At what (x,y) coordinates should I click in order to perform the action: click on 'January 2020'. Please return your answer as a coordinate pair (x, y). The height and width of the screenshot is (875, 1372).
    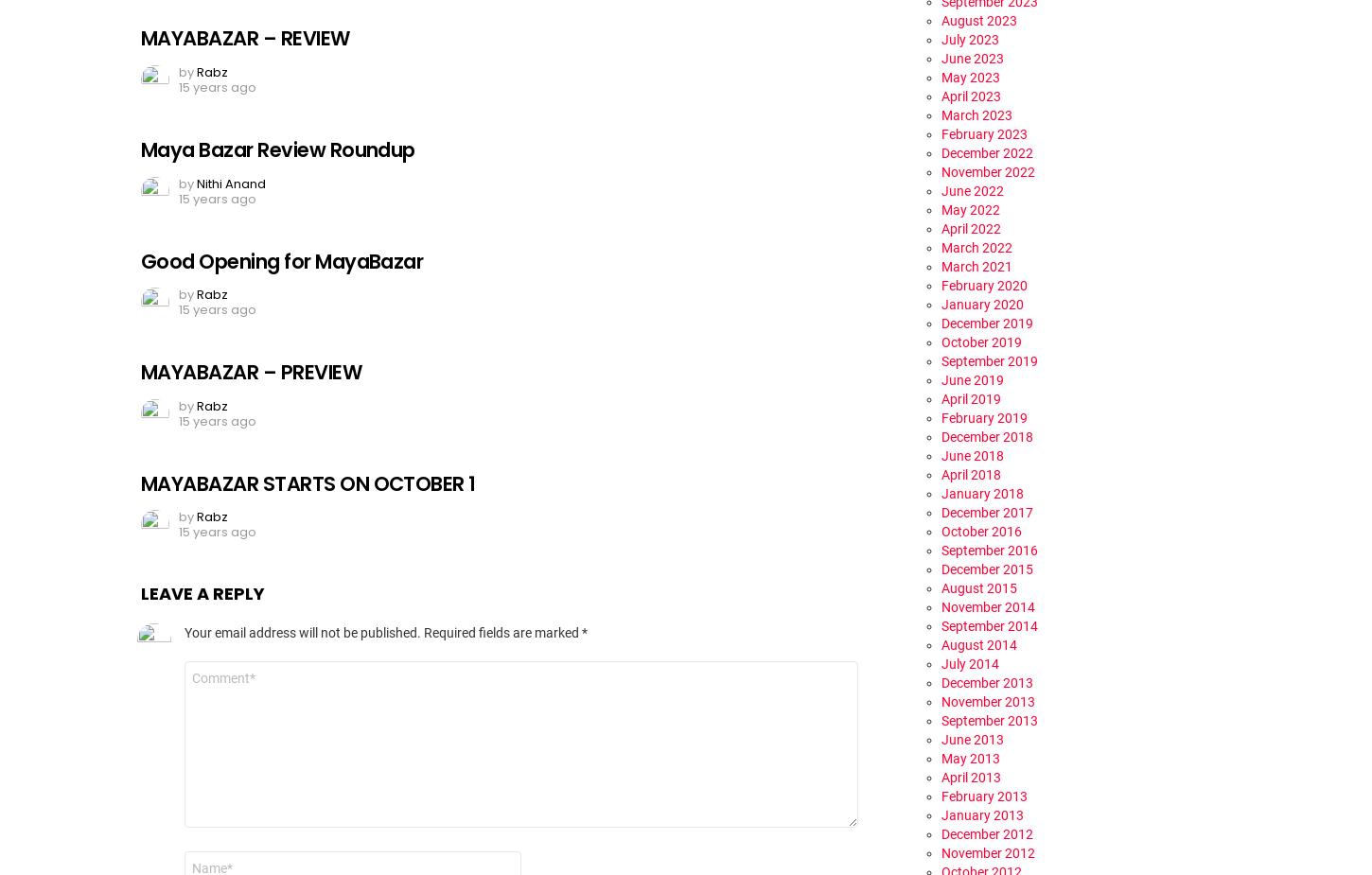
    Looking at the image, I should click on (982, 302).